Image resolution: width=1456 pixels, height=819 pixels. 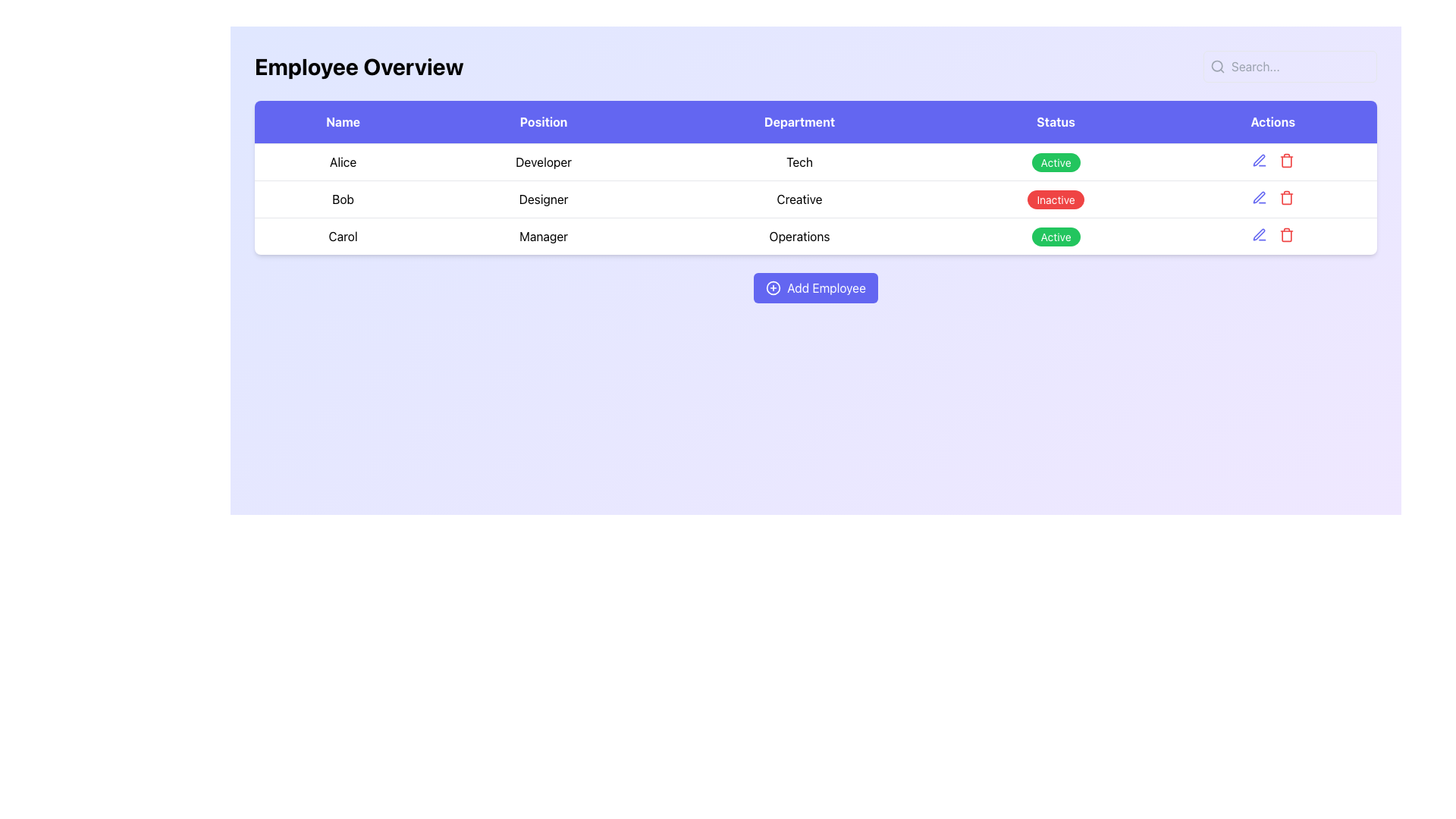 I want to click on text content of the 'Active' status badge for 'Alice' in the first row of the table, so click(x=1055, y=162).